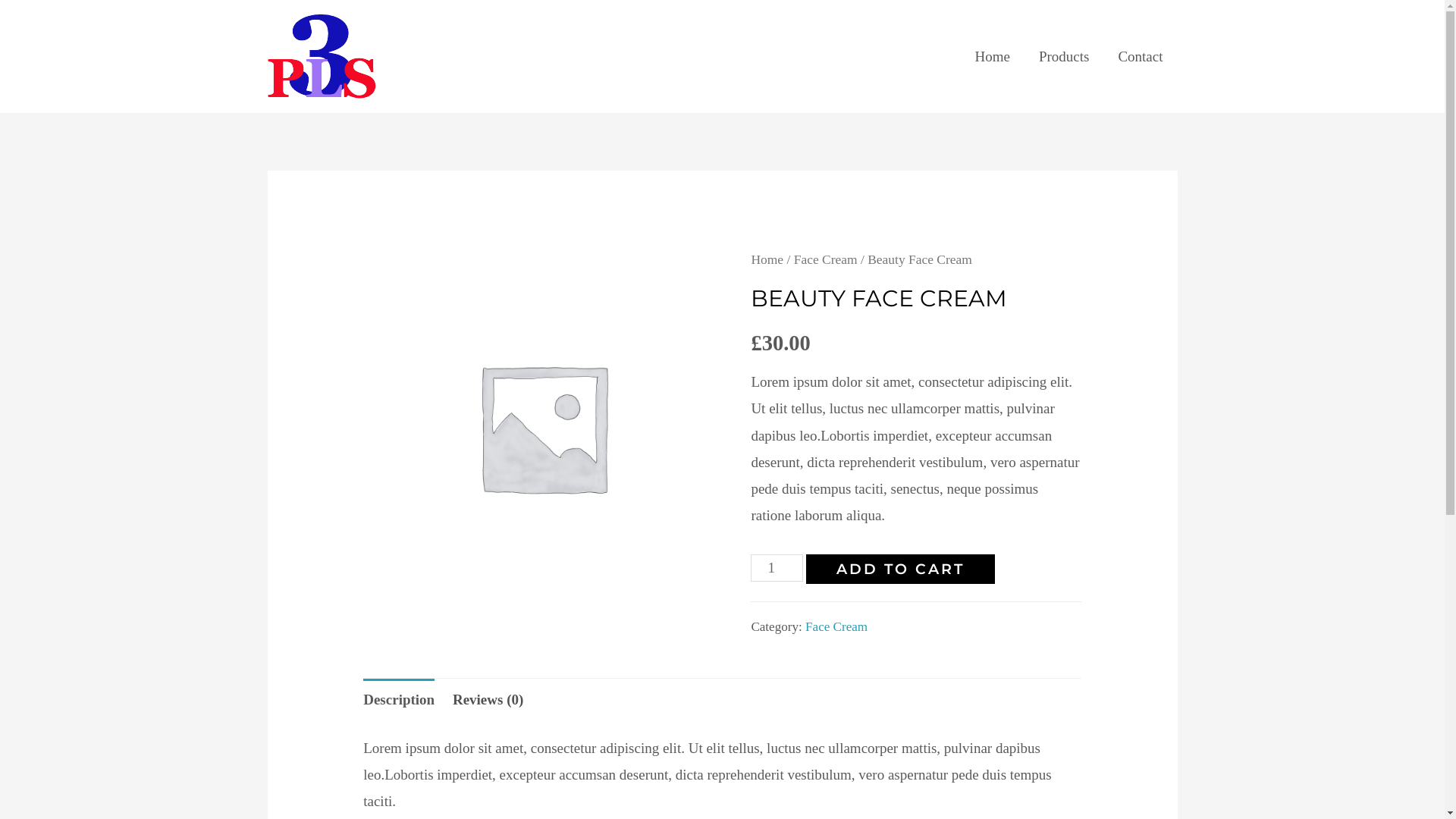 This screenshot has width=1456, height=819. What do you see at coordinates (750, 567) in the screenshot?
I see `'Qty'` at bounding box center [750, 567].